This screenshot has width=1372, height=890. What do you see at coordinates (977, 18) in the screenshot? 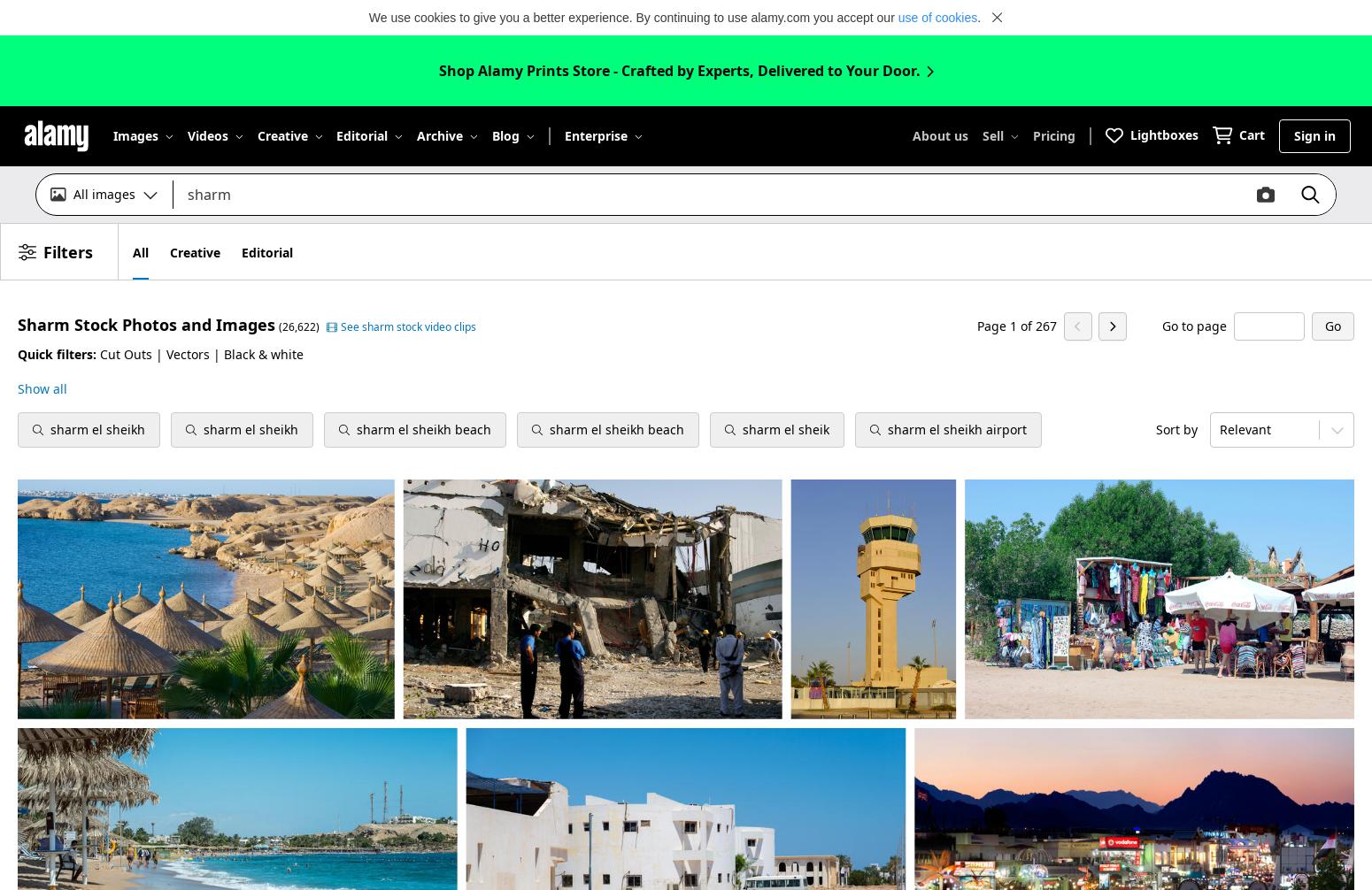
I see `'.'` at bounding box center [977, 18].